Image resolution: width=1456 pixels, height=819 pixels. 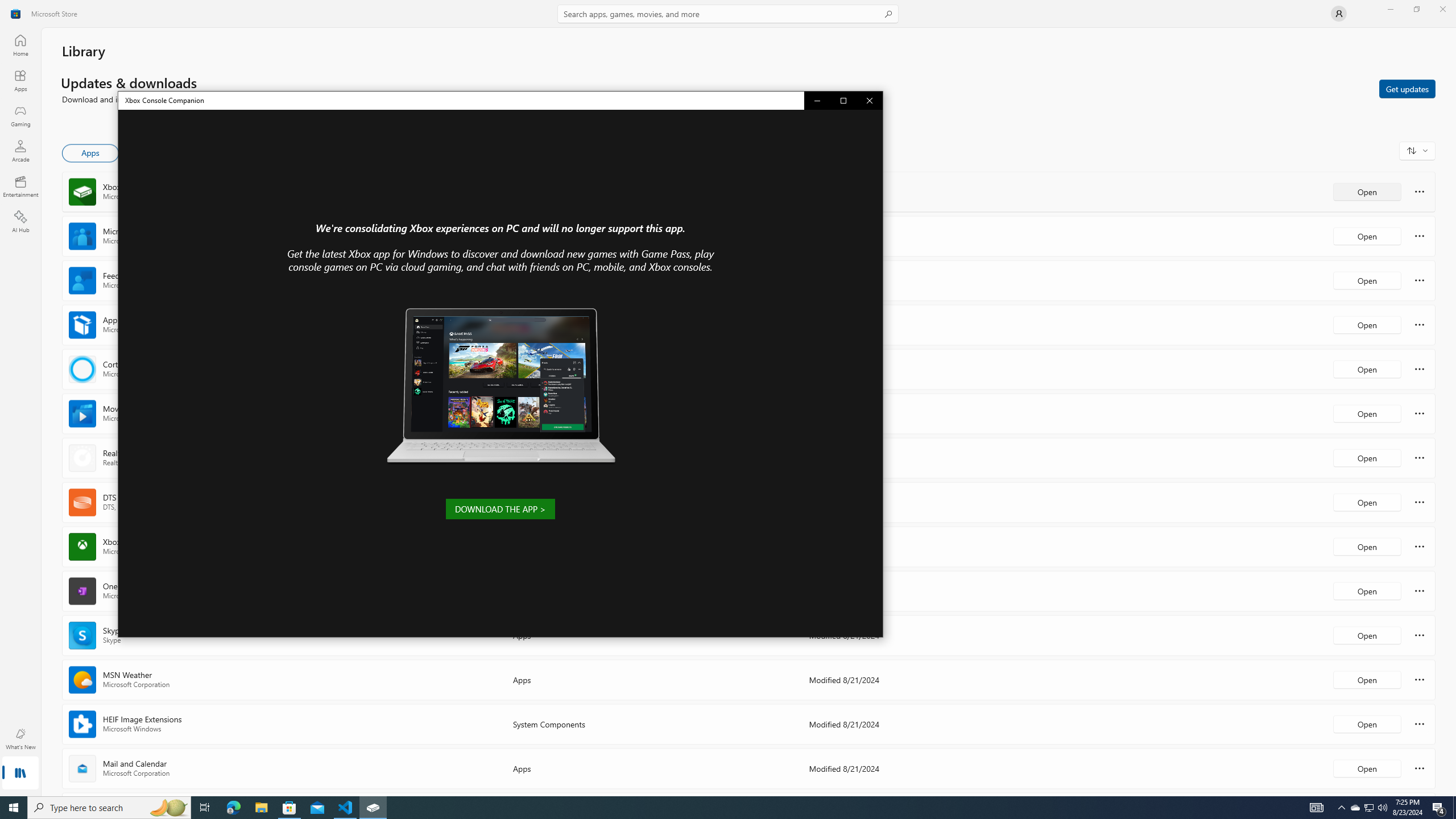 I want to click on 'File Explorer', so click(x=260, y=806).